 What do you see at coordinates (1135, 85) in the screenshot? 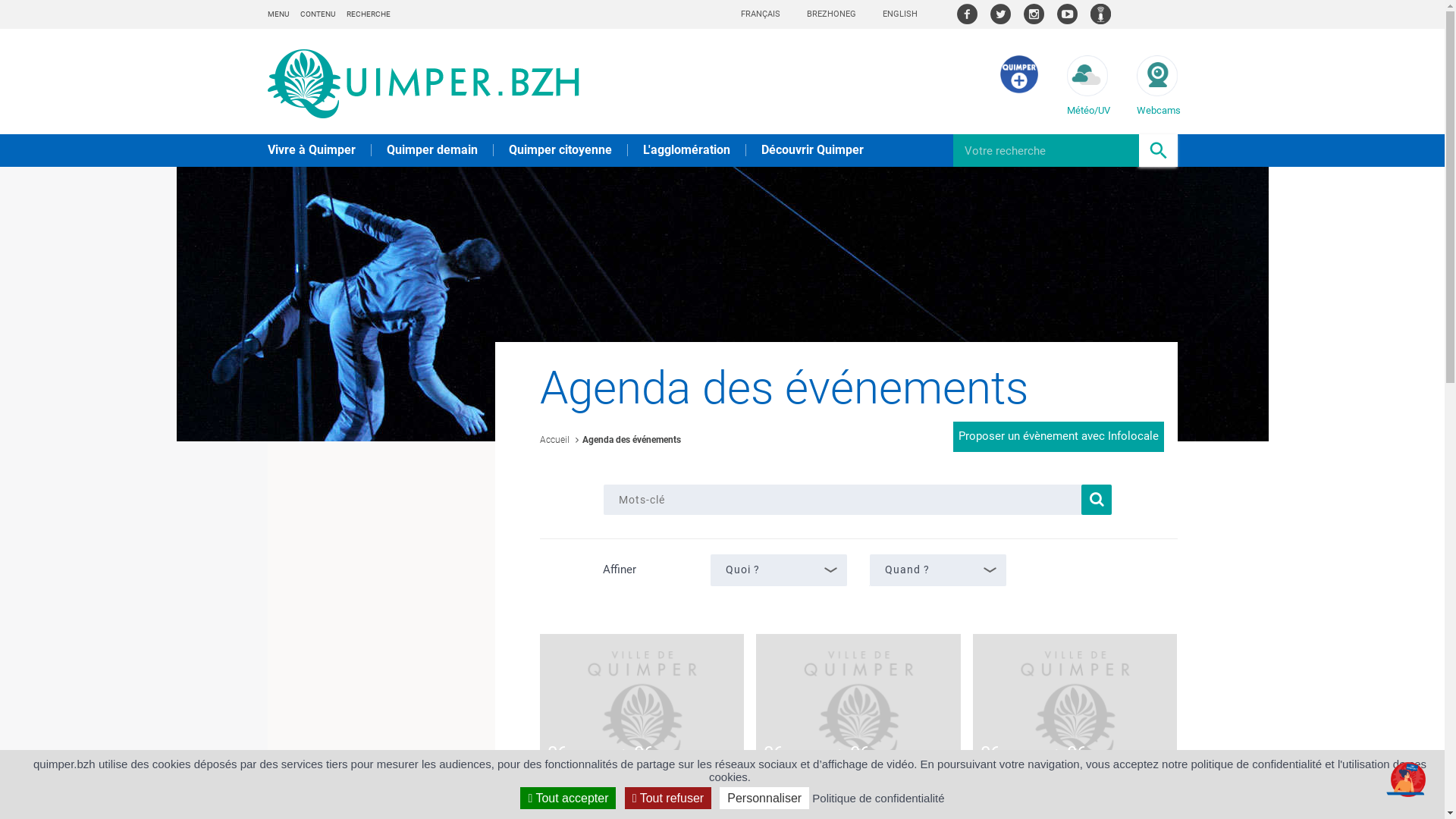
I see `'Webcams'` at bounding box center [1135, 85].